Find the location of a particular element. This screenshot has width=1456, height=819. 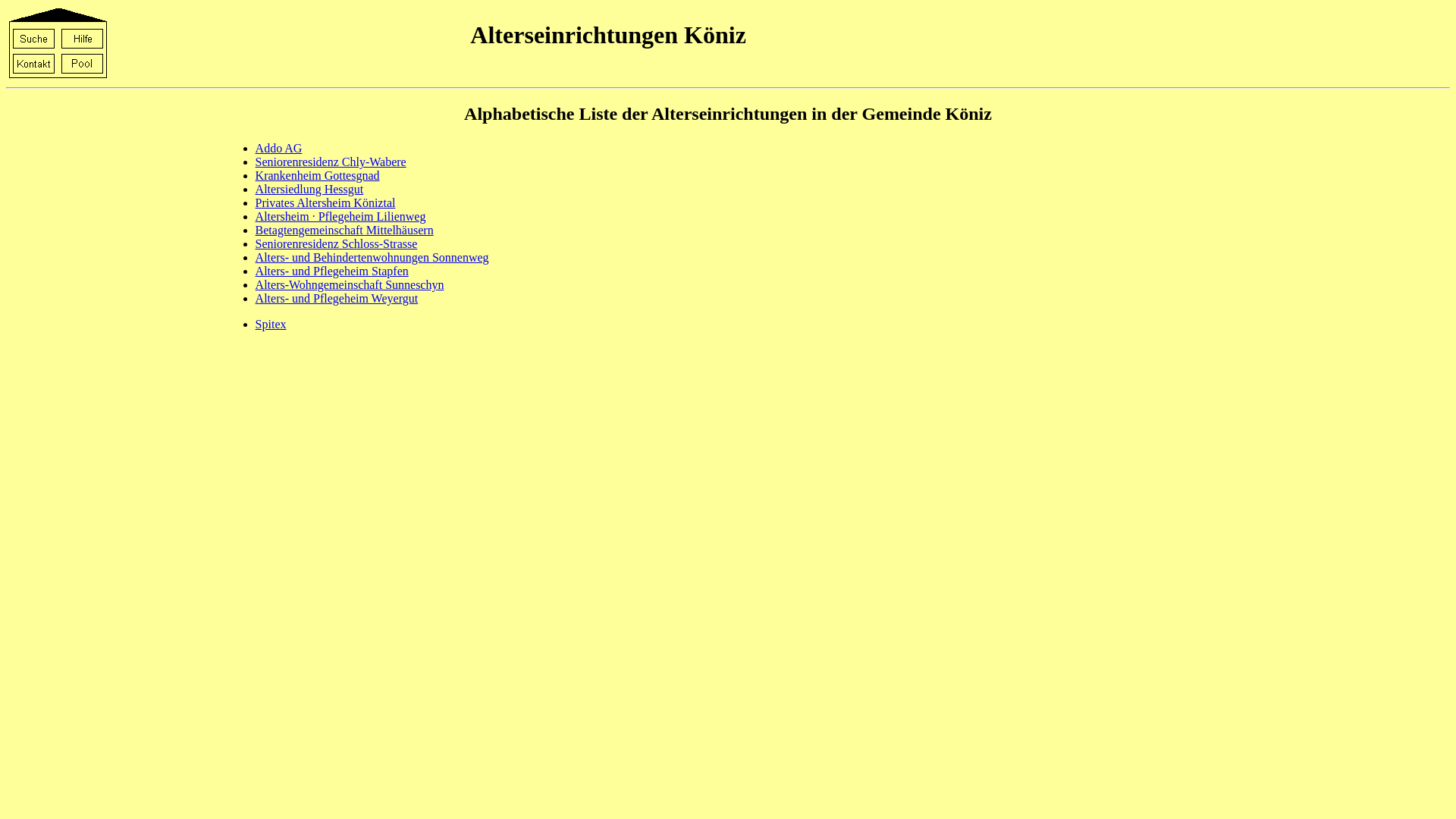

'Krankenheim Gottesgnad' is located at coordinates (316, 174).